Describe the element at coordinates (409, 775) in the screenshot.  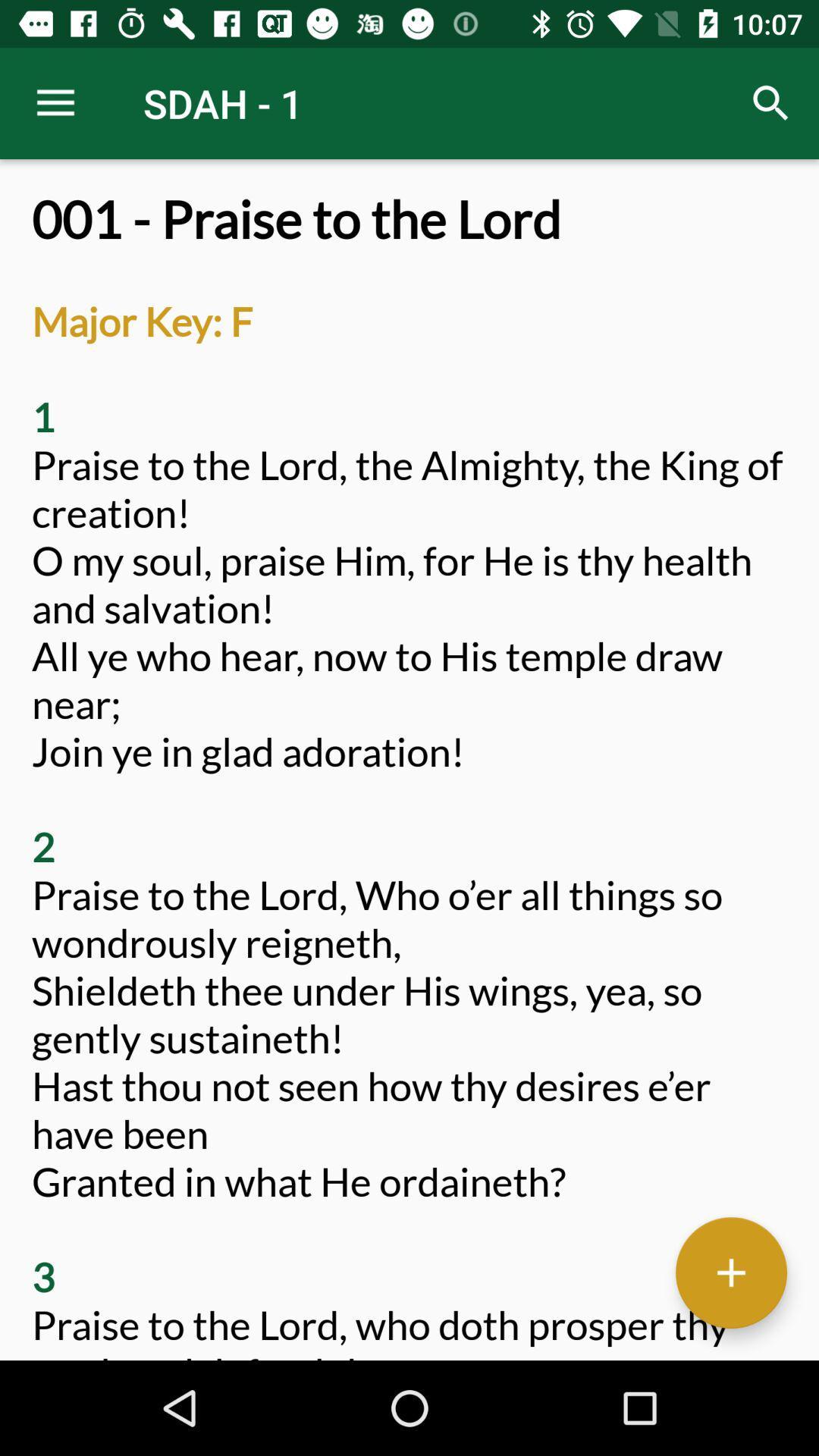
I see `001 praise to item` at that location.